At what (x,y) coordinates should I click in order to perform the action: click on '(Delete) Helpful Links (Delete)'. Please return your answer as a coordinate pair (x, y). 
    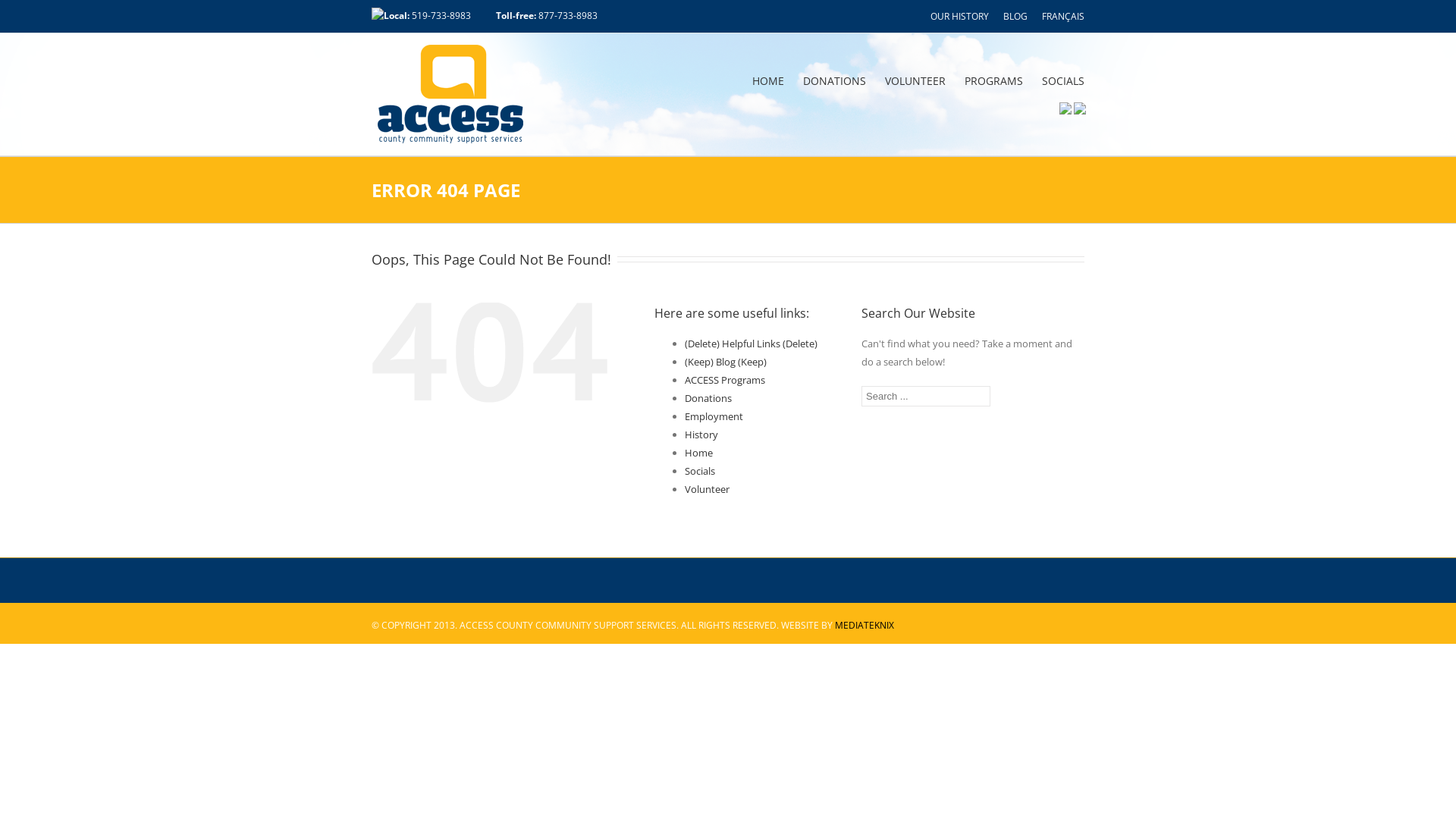
    Looking at the image, I should click on (751, 343).